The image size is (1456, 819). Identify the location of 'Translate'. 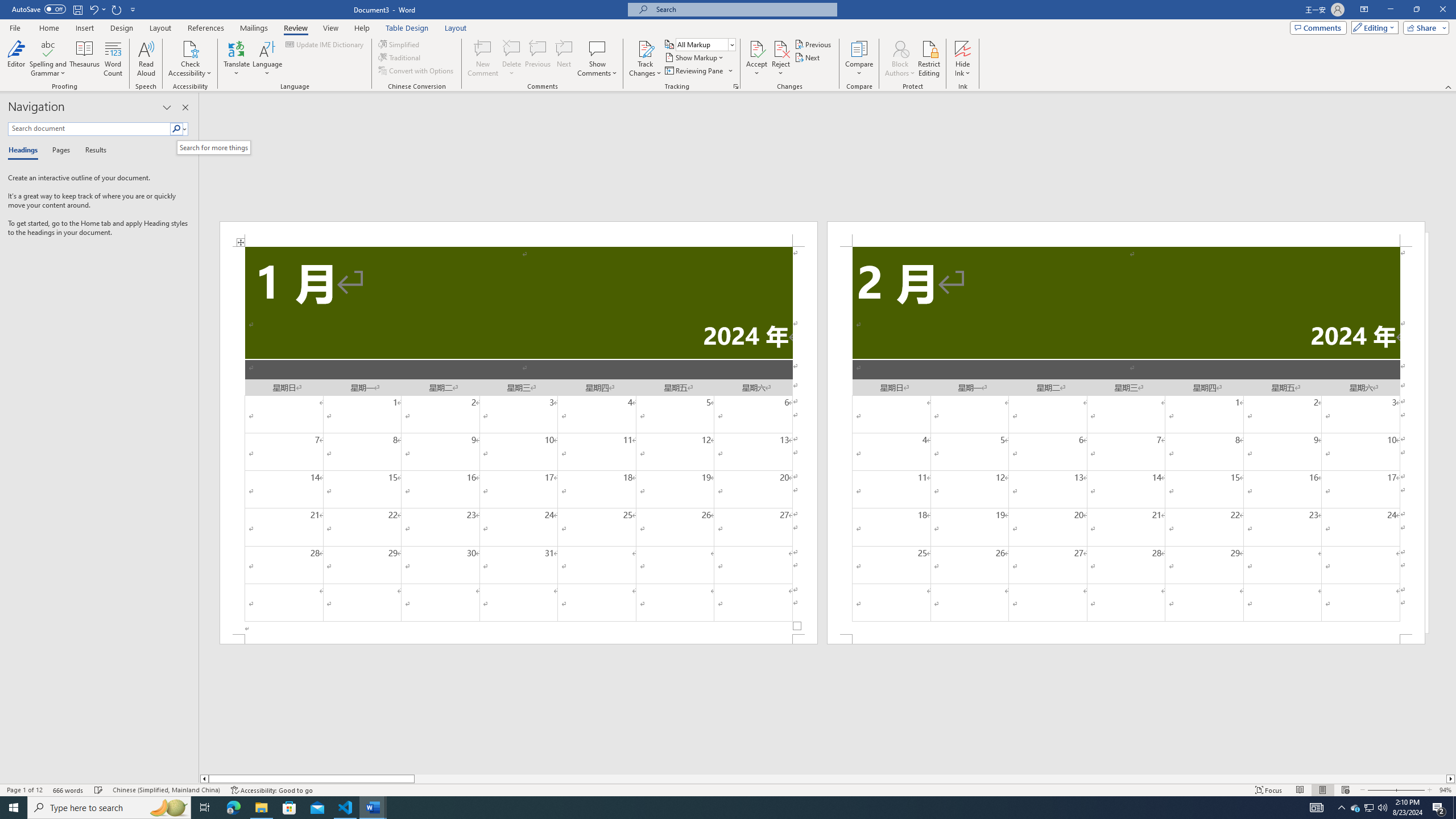
(237, 59).